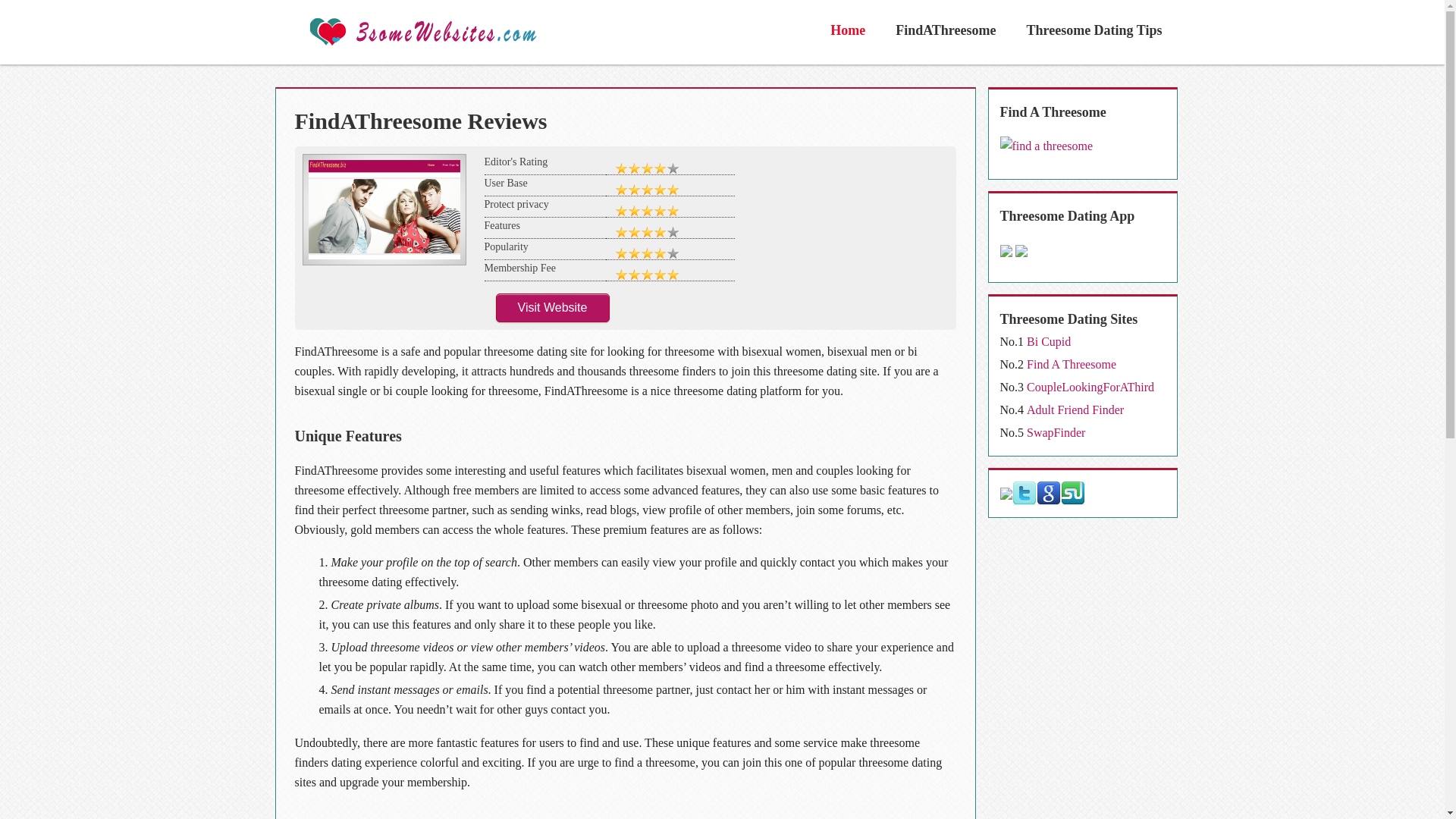 The width and height of the screenshot is (1456, 819). I want to click on 'CoupleLookingForAThird', so click(1090, 386).